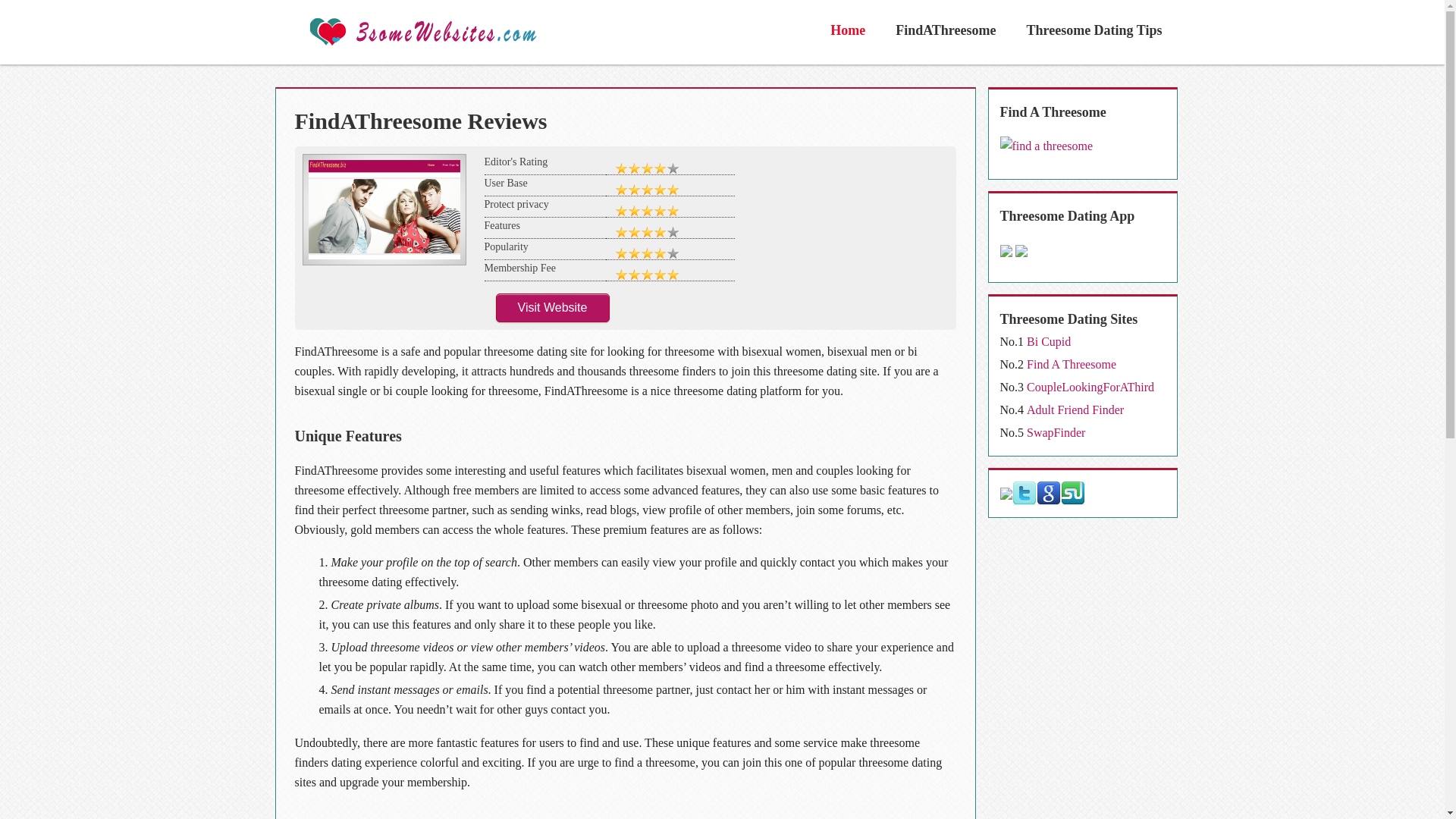 The width and height of the screenshot is (1456, 819). I want to click on 'CoupleLookingForAThird', so click(1090, 386).